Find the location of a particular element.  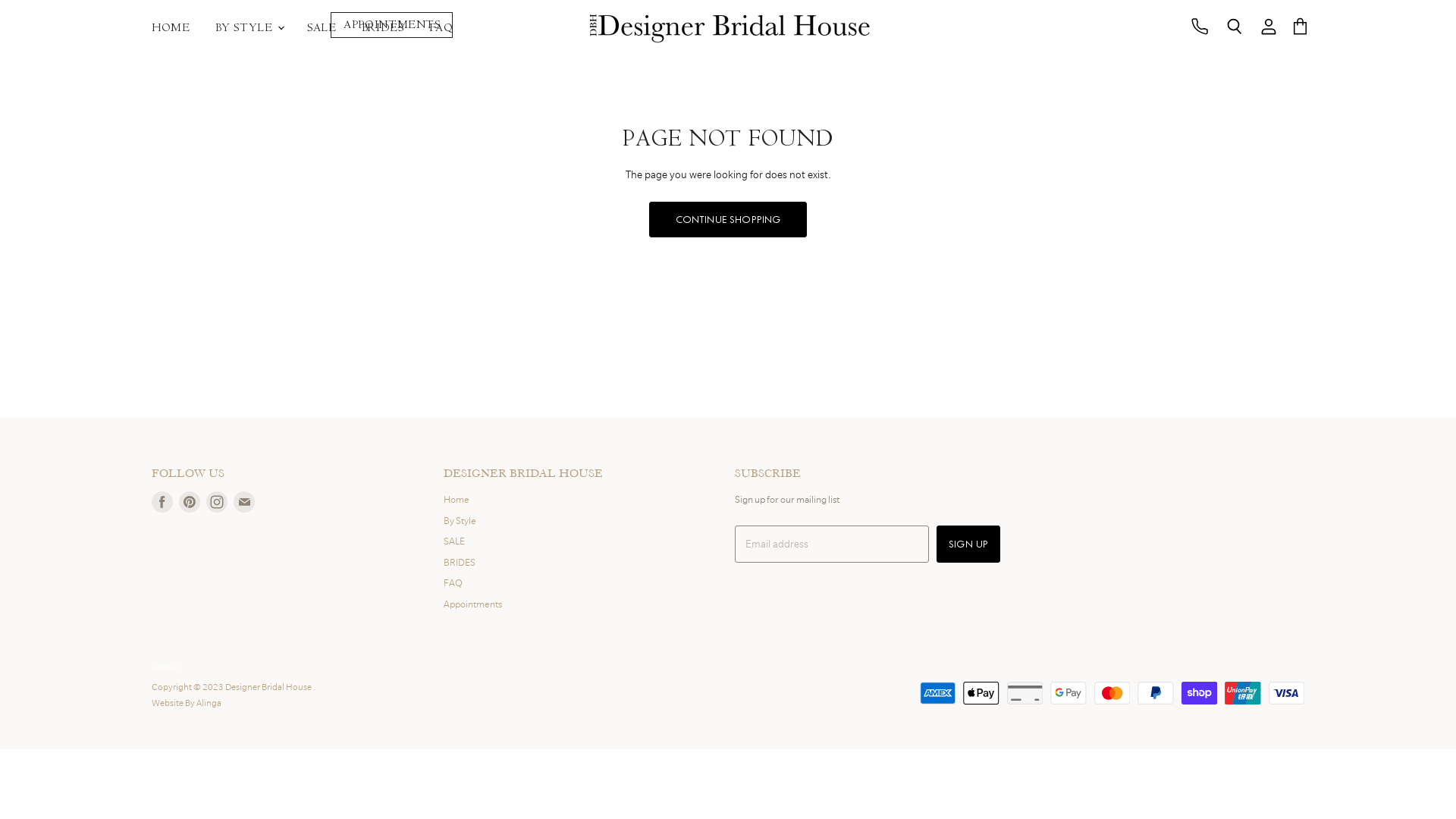

'Home' is located at coordinates (455, 499).